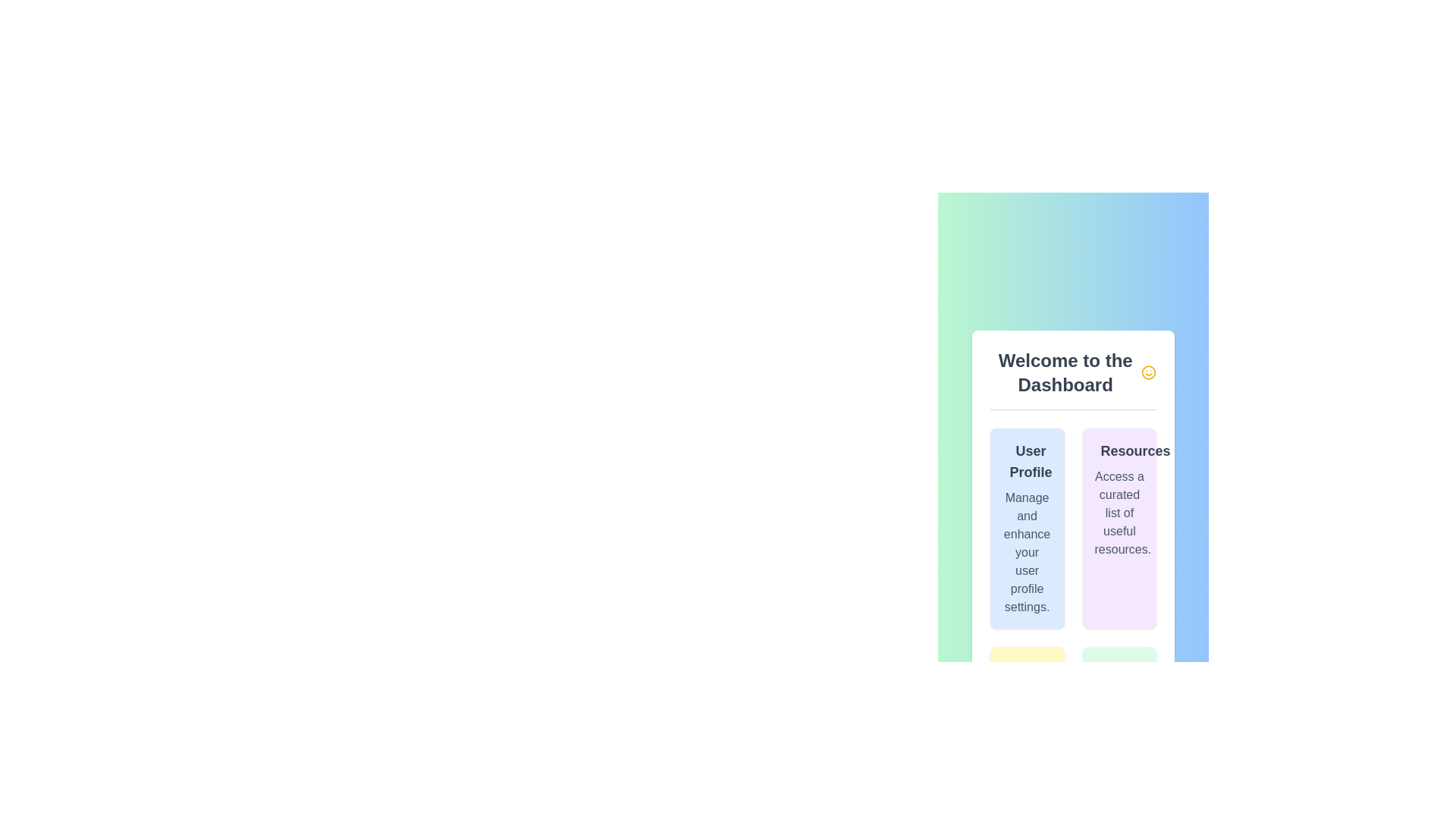 This screenshot has height=819, width=1456. What do you see at coordinates (1003, 460) in the screenshot?
I see `the 'User Profile' icon located to the left of the 'User Profile' label` at bounding box center [1003, 460].